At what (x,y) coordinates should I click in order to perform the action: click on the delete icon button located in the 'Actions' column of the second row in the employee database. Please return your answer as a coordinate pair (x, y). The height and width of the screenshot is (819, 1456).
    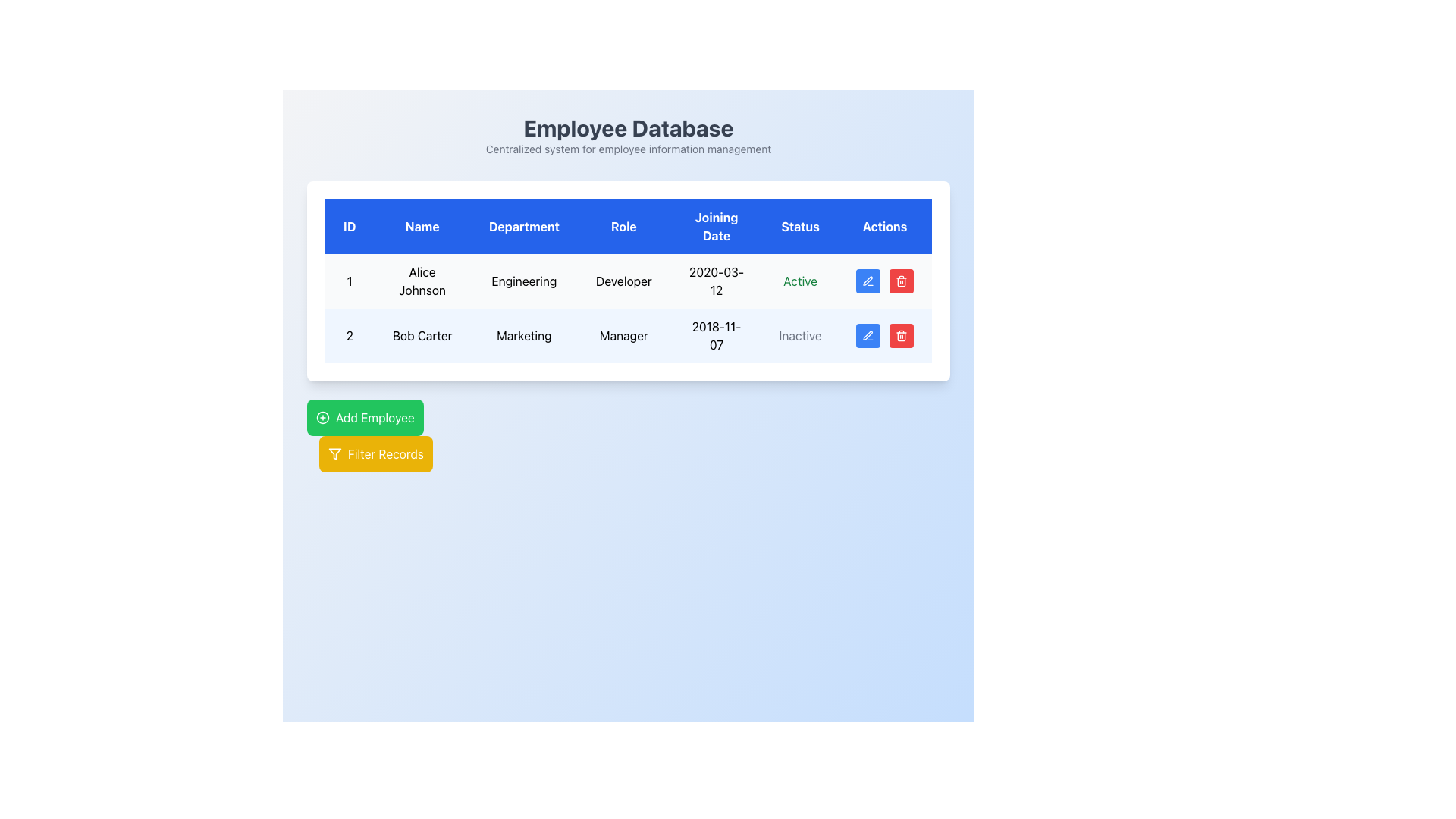
    Looking at the image, I should click on (902, 335).